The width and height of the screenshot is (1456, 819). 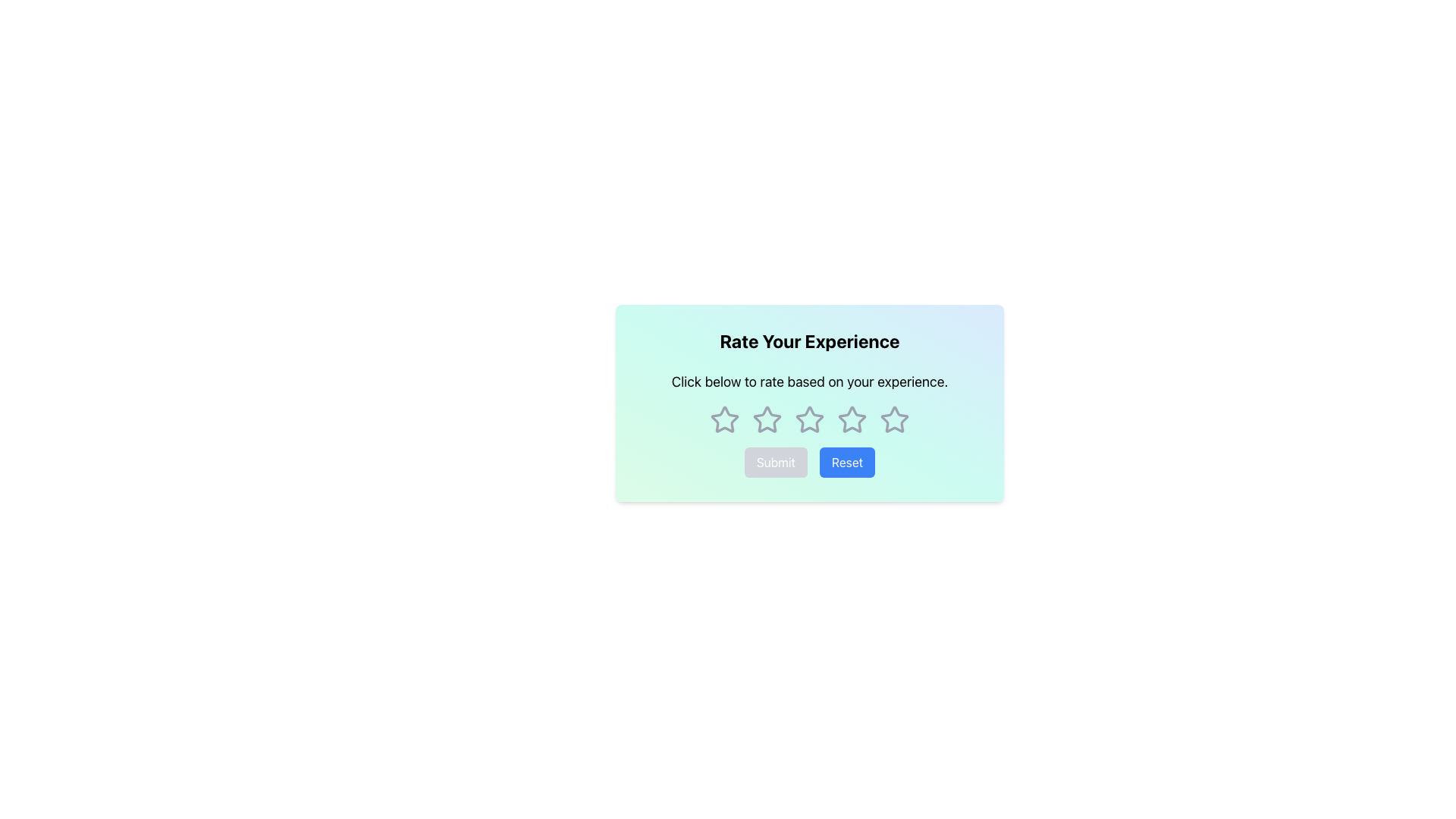 What do you see at coordinates (895, 420) in the screenshot?
I see `the fifth star rating button, which is the last star in a row of five stars, located below the text 'Click below to rate based on your experience.'` at bounding box center [895, 420].